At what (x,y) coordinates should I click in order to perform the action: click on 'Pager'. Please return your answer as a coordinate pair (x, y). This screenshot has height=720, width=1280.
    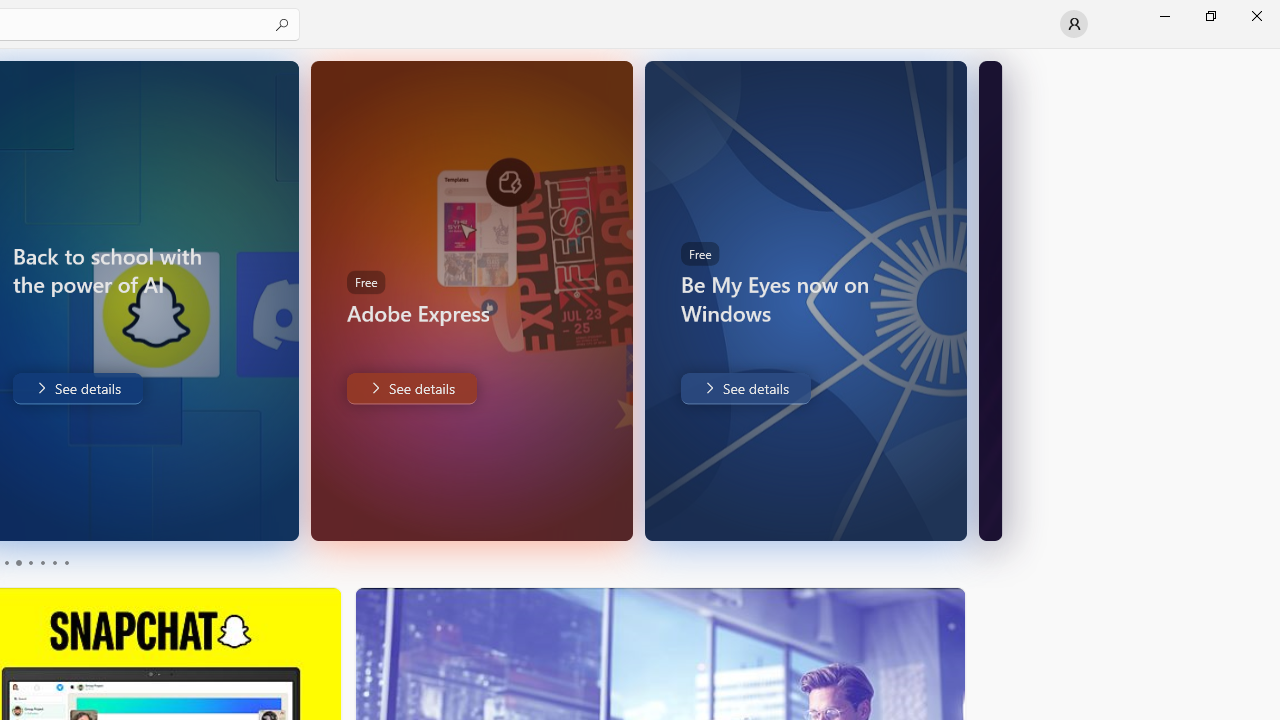
    Looking at the image, I should click on (35, 563).